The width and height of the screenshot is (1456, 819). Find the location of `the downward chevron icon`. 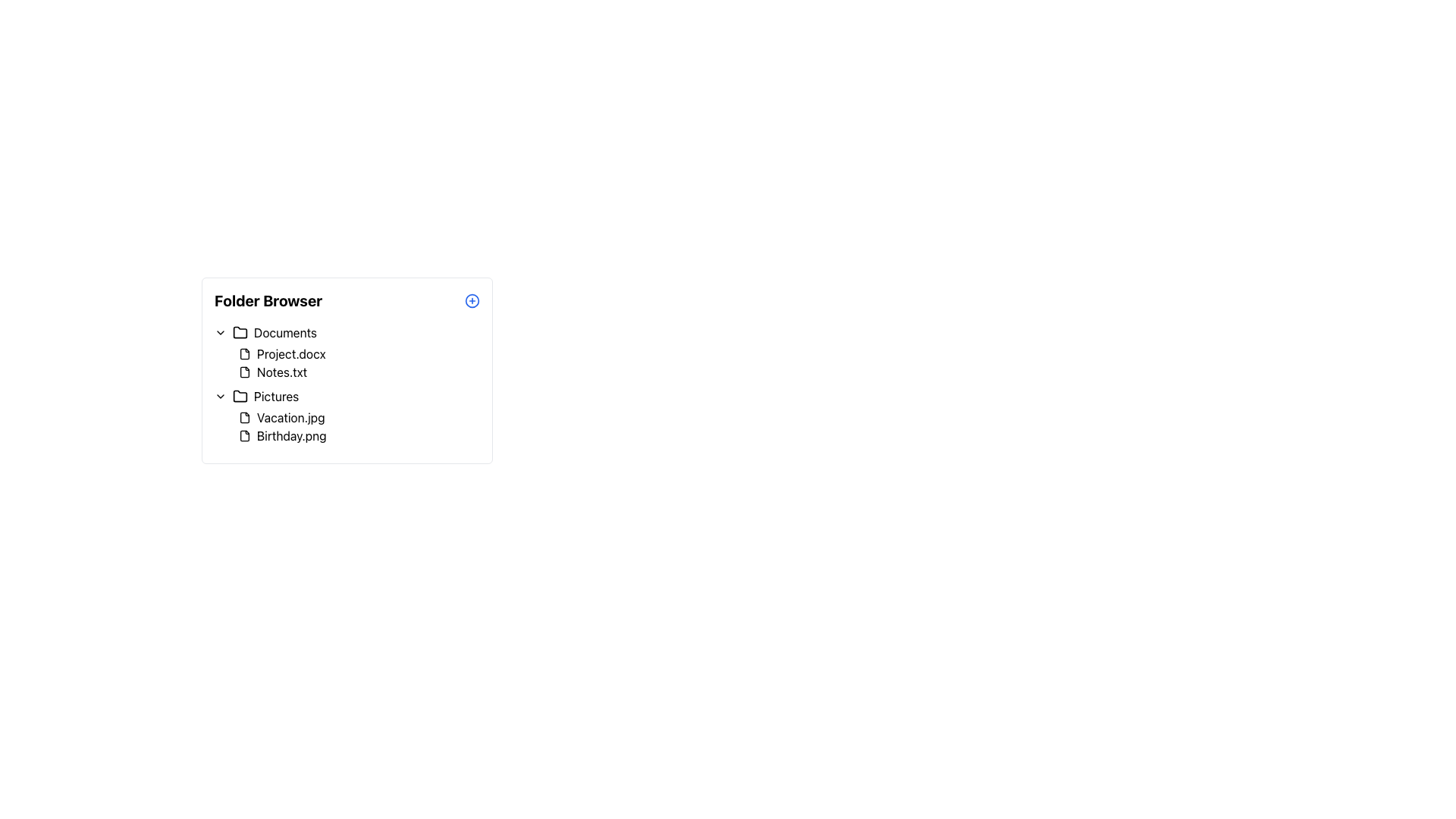

the downward chevron icon is located at coordinates (220, 332).